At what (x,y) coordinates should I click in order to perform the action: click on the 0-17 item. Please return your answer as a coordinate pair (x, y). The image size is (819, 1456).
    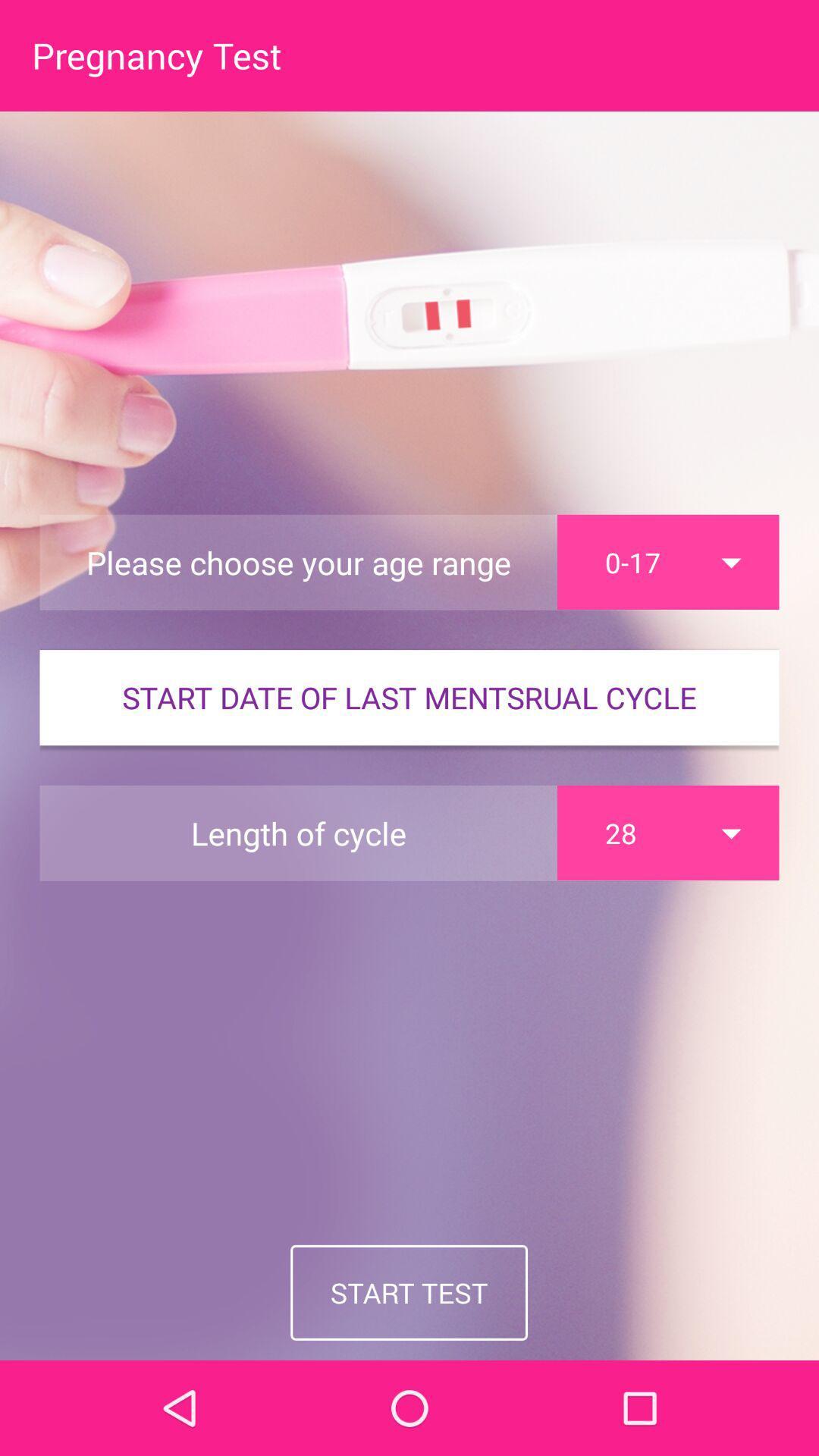
    Looking at the image, I should click on (667, 561).